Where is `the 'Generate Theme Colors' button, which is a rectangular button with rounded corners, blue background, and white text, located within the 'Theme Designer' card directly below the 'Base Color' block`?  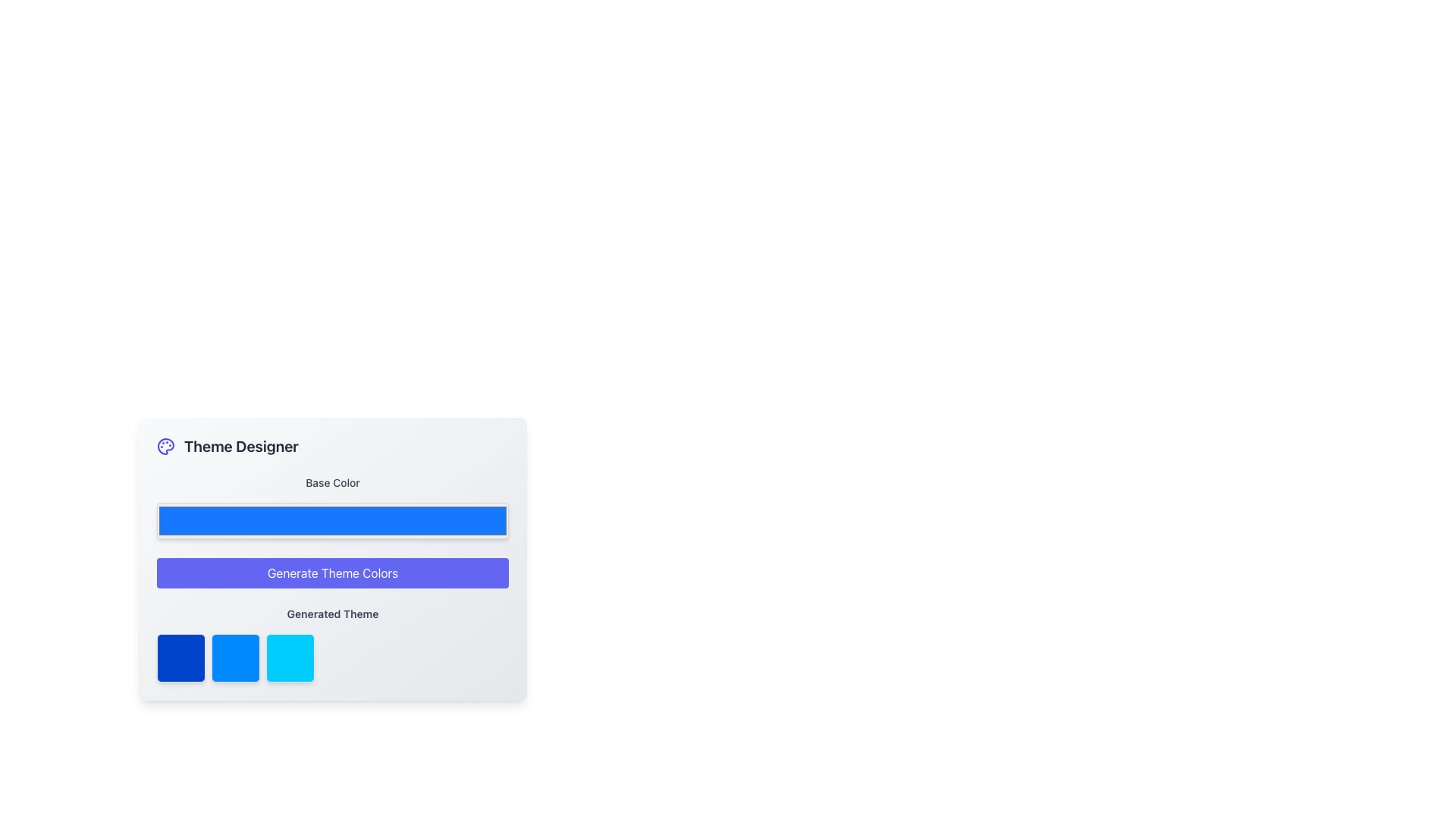 the 'Generate Theme Colors' button, which is a rectangular button with rounded corners, blue background, and white text, located within the 'Theme Designer' card directly below the 'Base Color' block is located at coordinates (331, 573).